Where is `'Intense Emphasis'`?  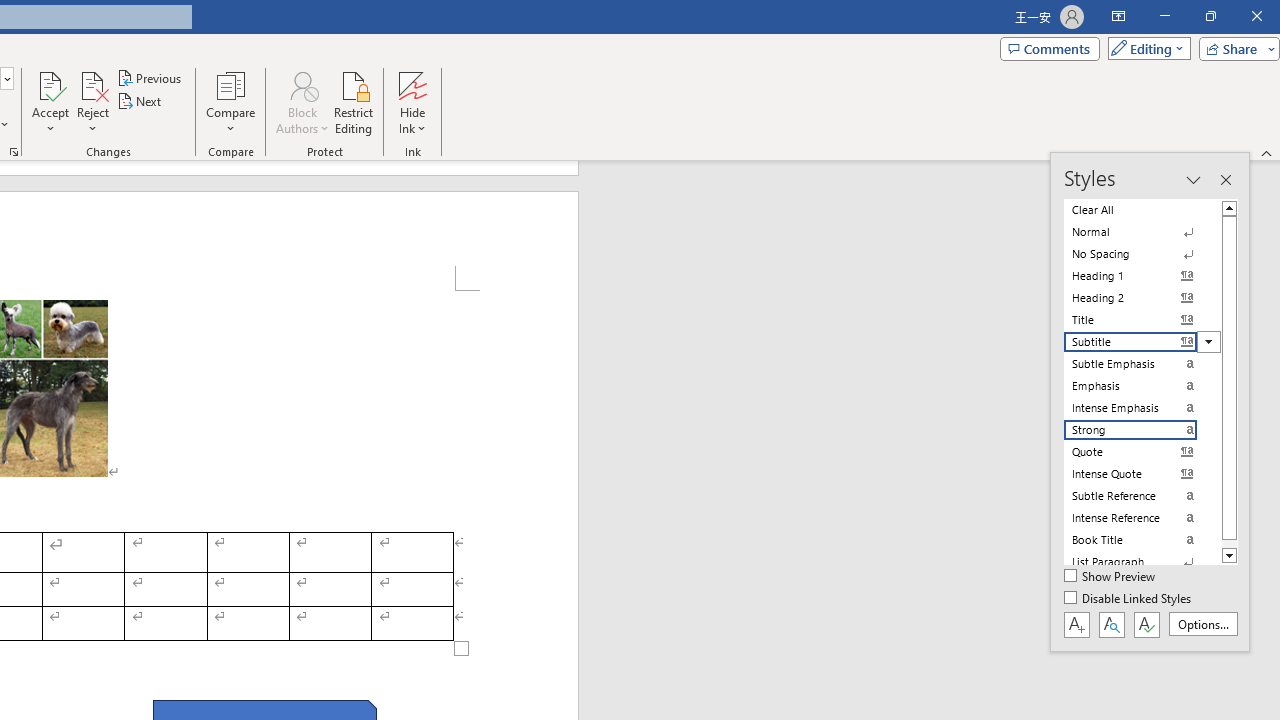 'Intense Emphasis' is located at coordinates (1142, 406).